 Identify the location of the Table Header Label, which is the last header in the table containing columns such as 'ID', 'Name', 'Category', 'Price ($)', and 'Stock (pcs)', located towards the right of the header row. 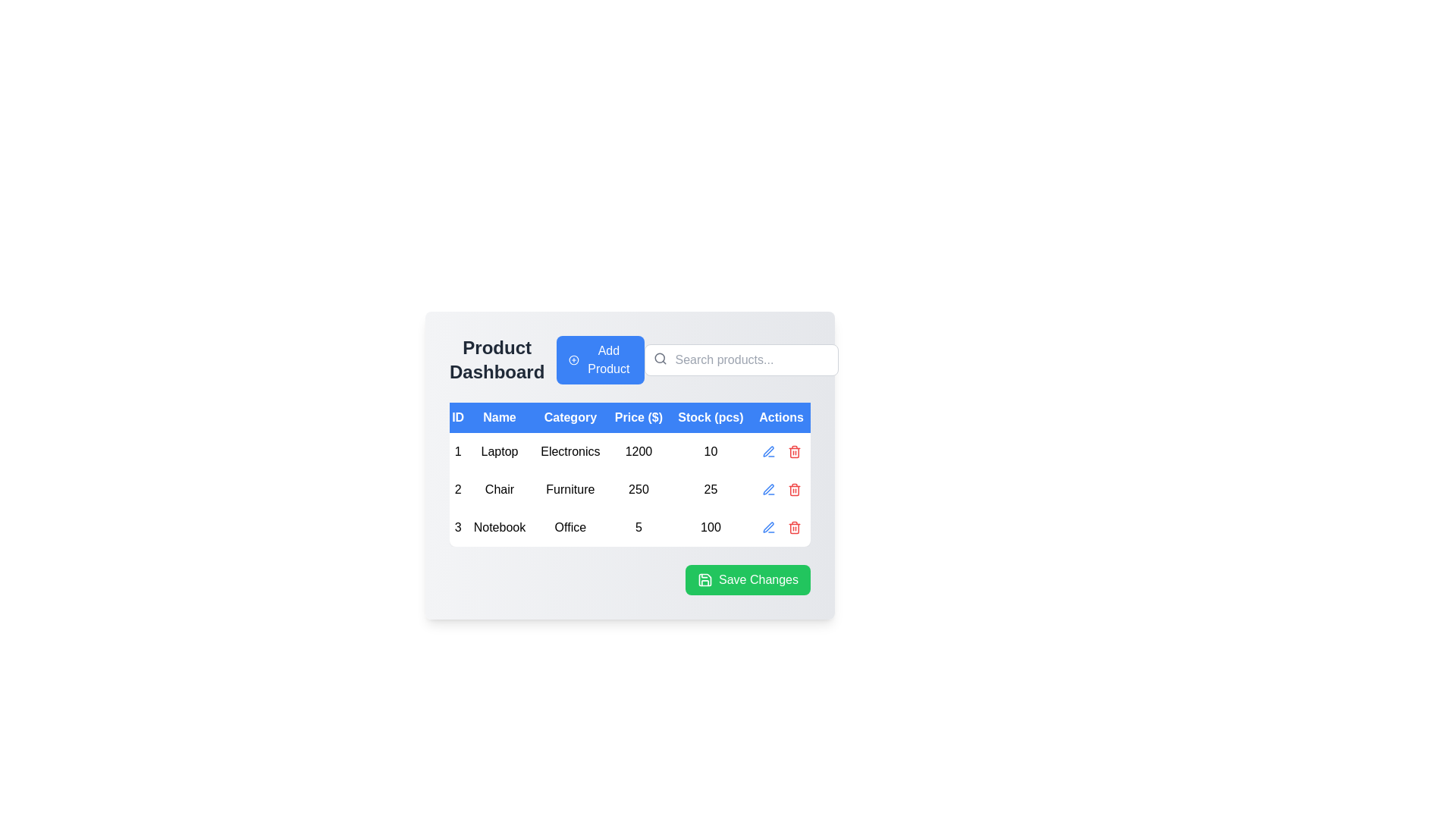
(781, 418).